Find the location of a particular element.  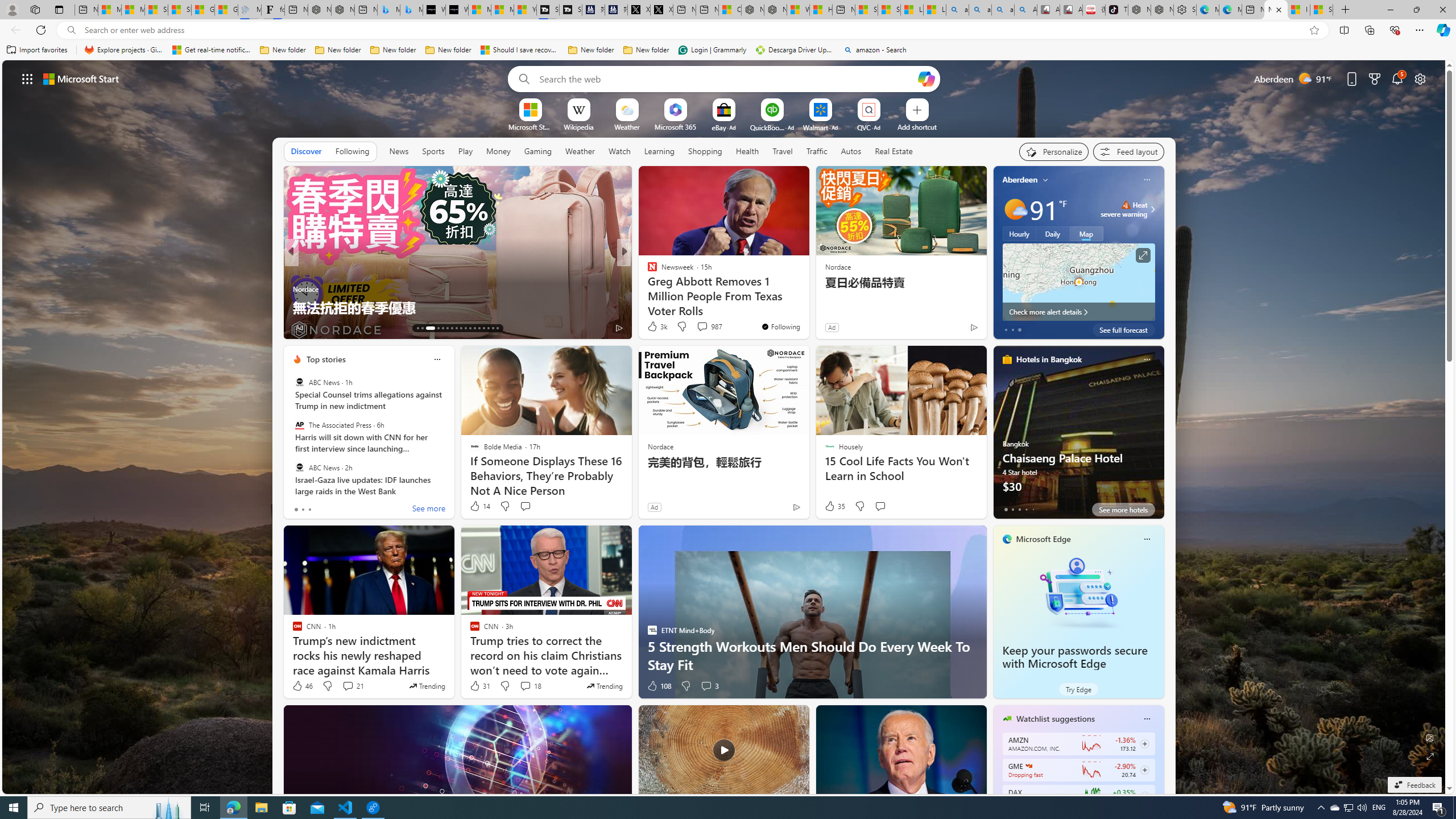

'AutomationID: tab-20' is located at coordinates (456, 328).